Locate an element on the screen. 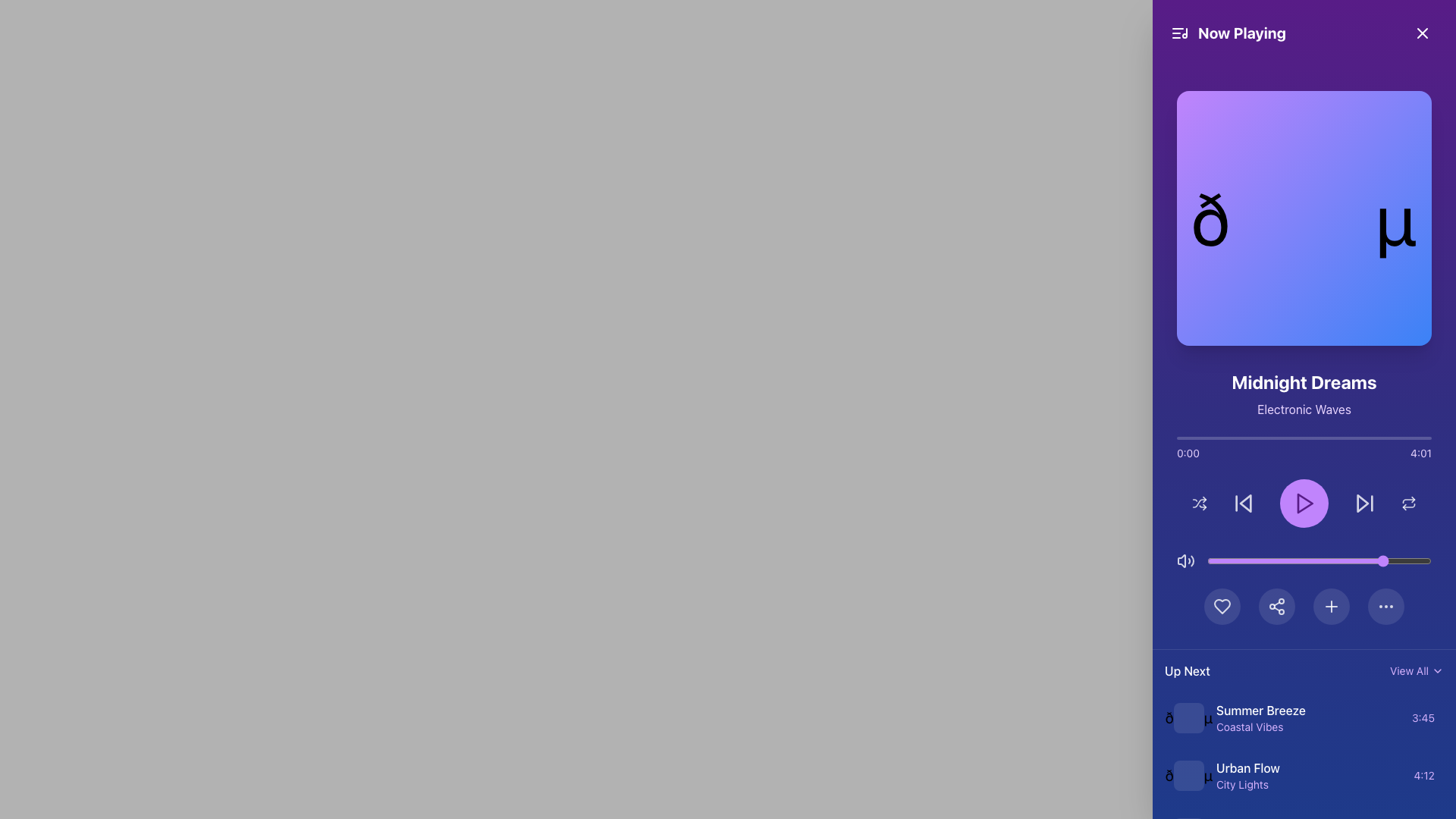  the shuffle button located on the control bar, which is the first icon directly to the left of the play button is located at coordinates (1199, 503).